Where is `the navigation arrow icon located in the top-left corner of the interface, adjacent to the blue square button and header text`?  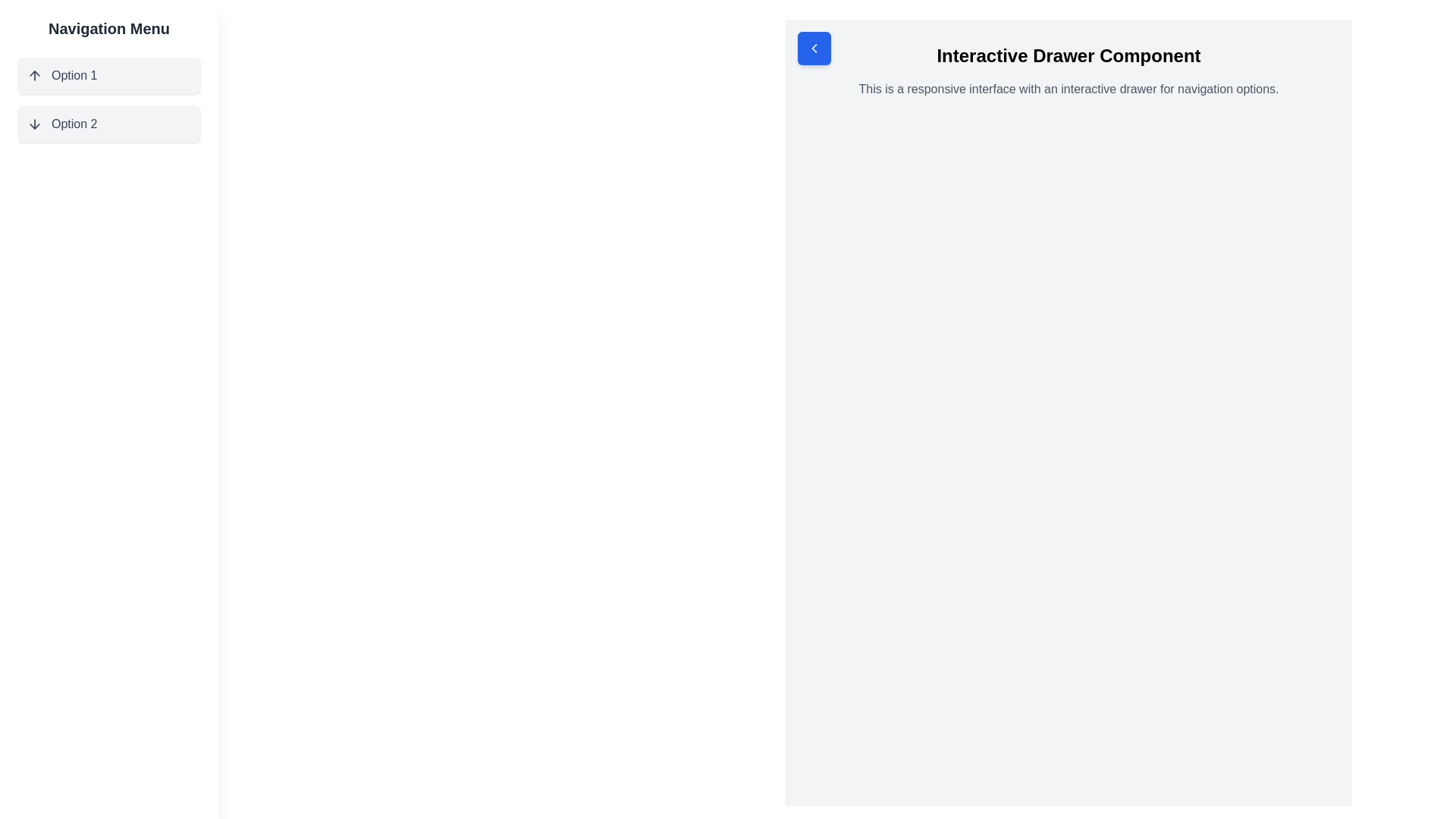 the navigation arrow icon located in the top-left corner of the interface, adjacent to the blue square button and header text is located at coordinates (814, 48).